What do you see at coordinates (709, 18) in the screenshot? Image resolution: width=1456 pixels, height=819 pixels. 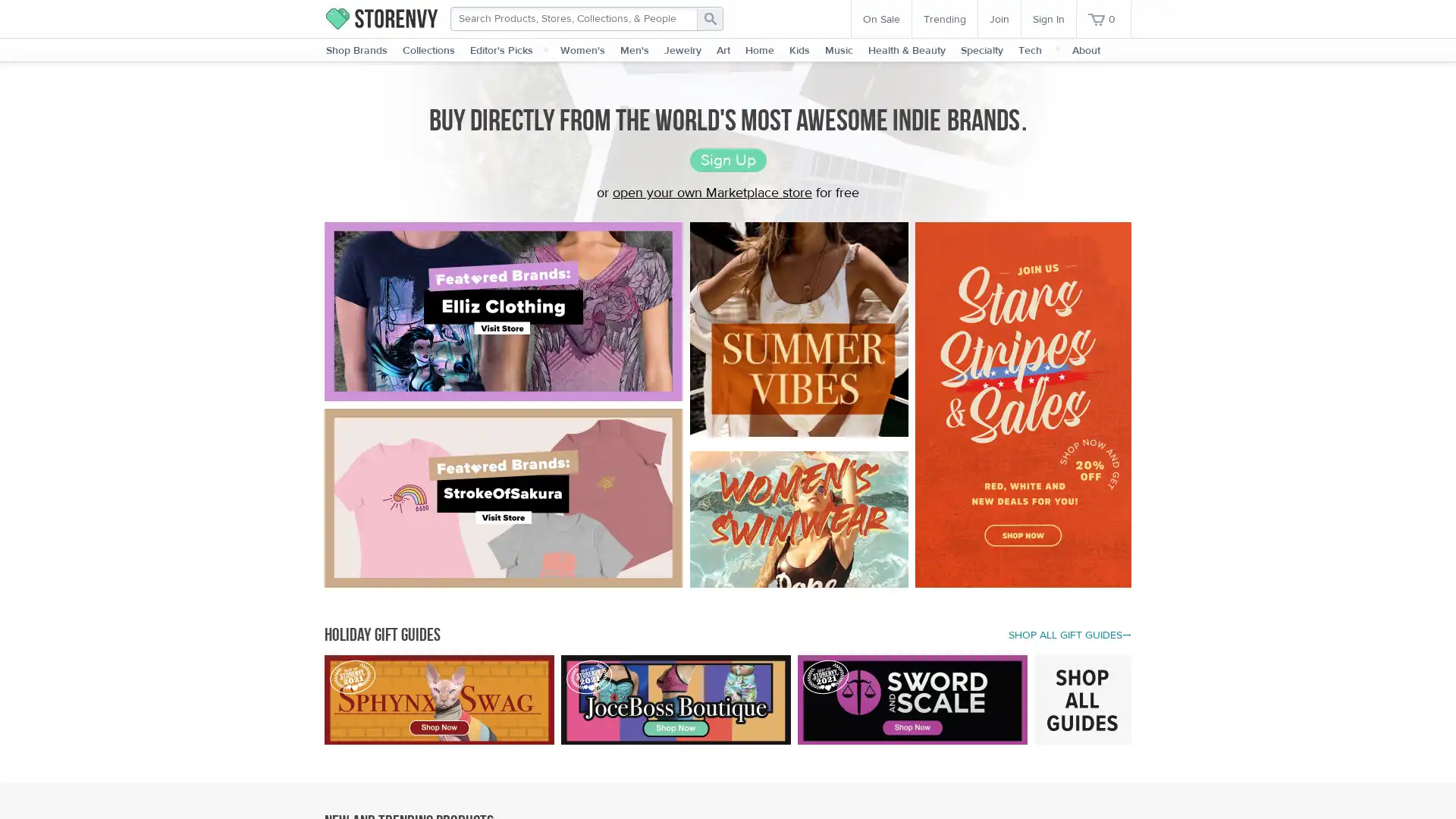 I see `Search` at bounding box center [709, 18].